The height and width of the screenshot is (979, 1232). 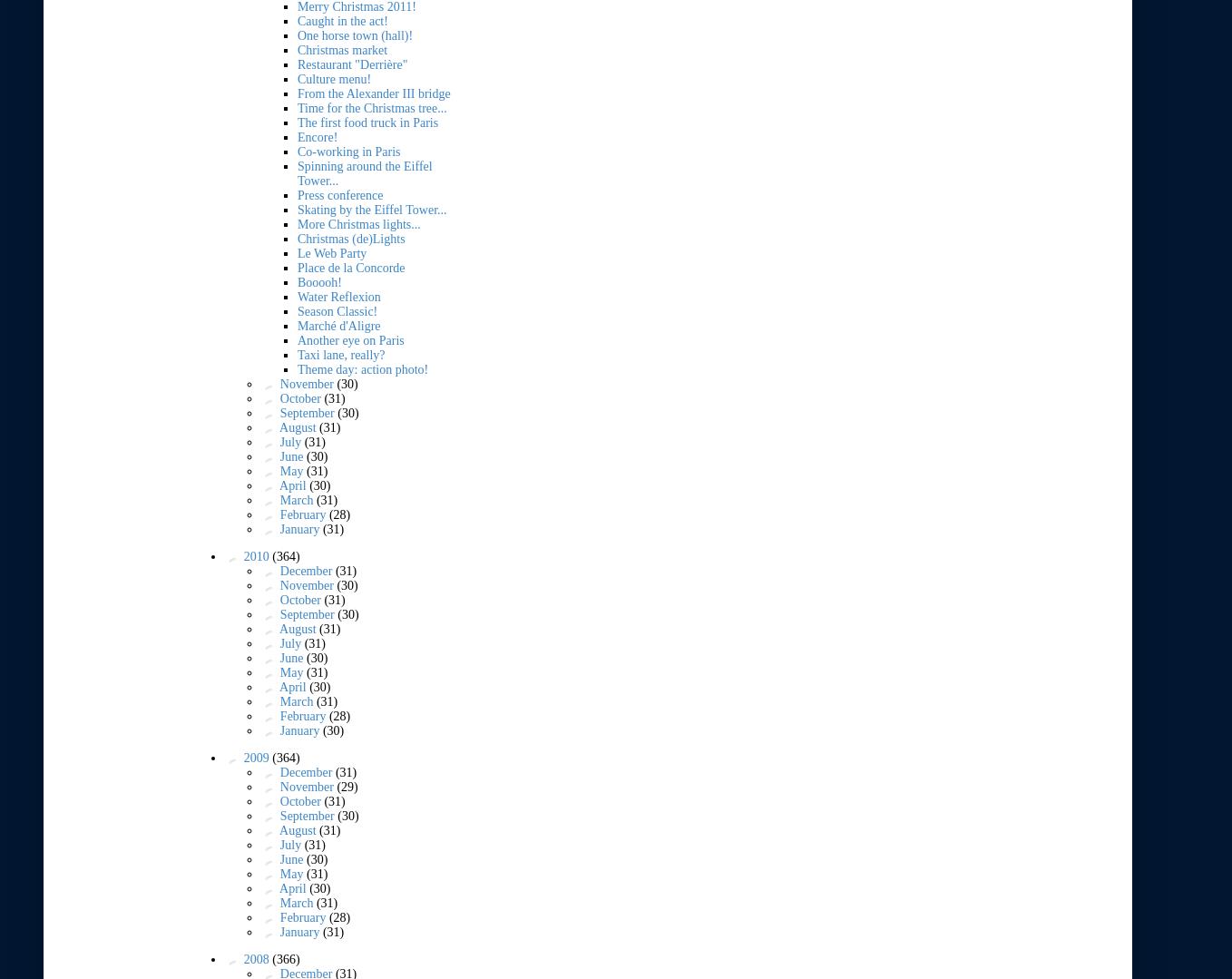 What do you see at coordinates (338, 295) in the screenshot?
I see `'Water Reflexion'` at bounding box center [338, 295].